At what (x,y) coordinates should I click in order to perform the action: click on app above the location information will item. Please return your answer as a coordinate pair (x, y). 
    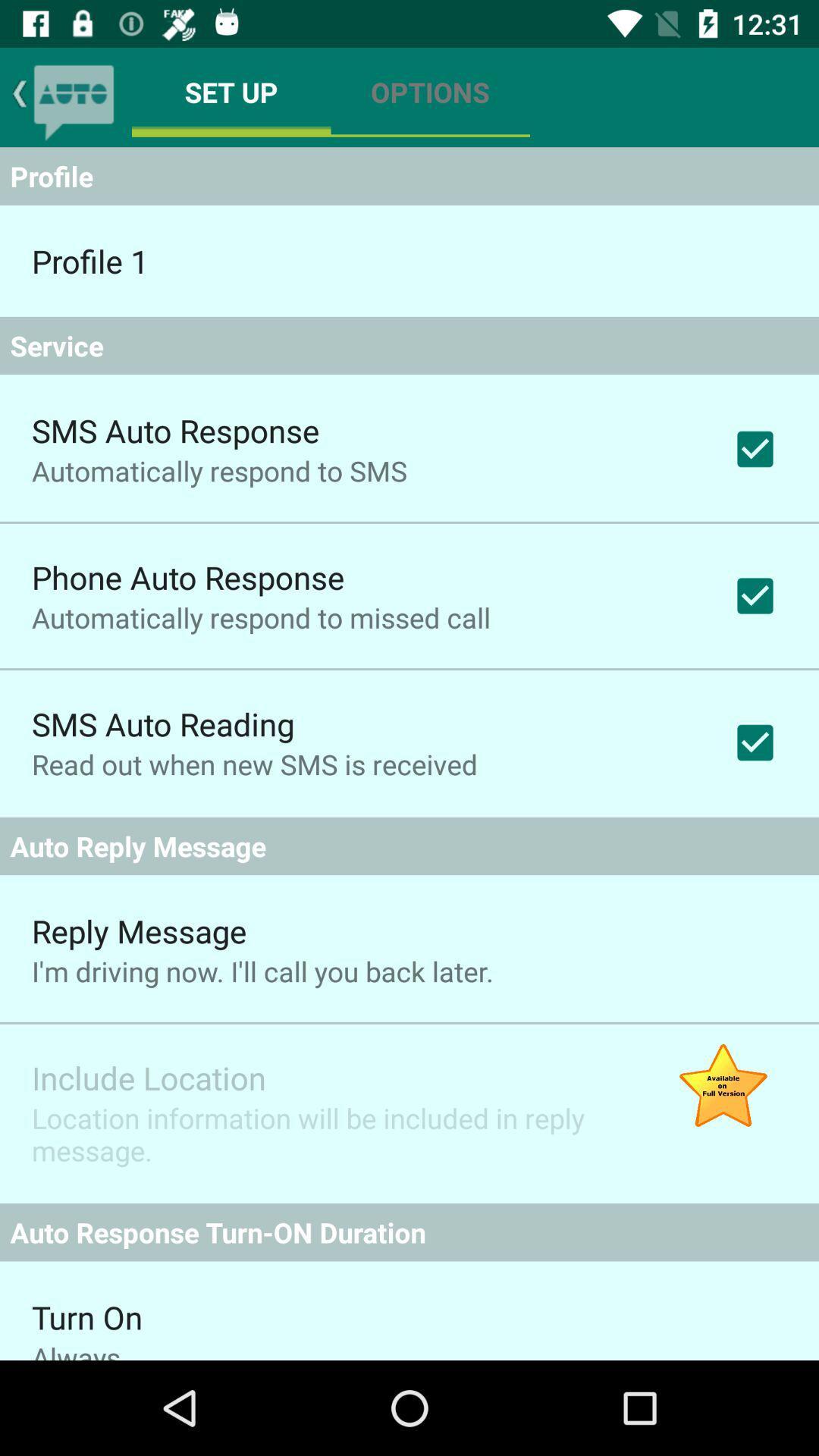
    Looking at the image, I should click on (149, 1077).